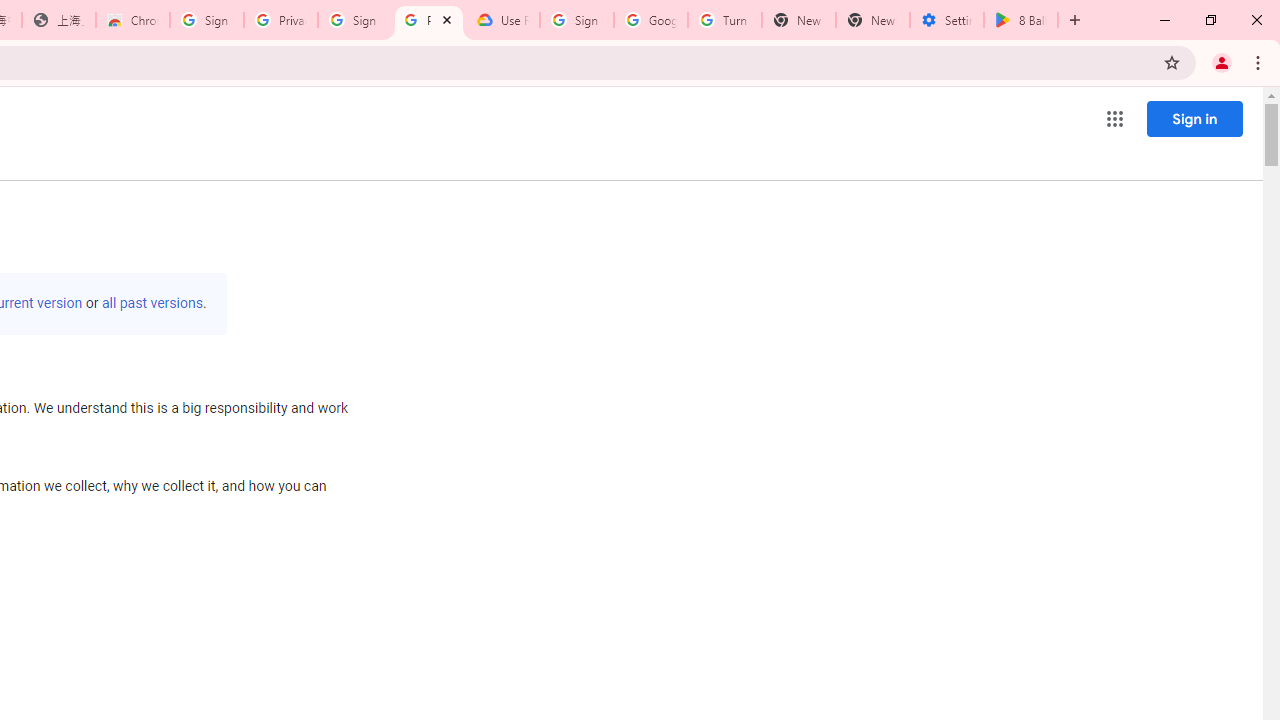  Describe the element at coordinates (1021, 20) in the screenshot. I see `'8 Ball Pool - Apps on Google Play'` at that location.